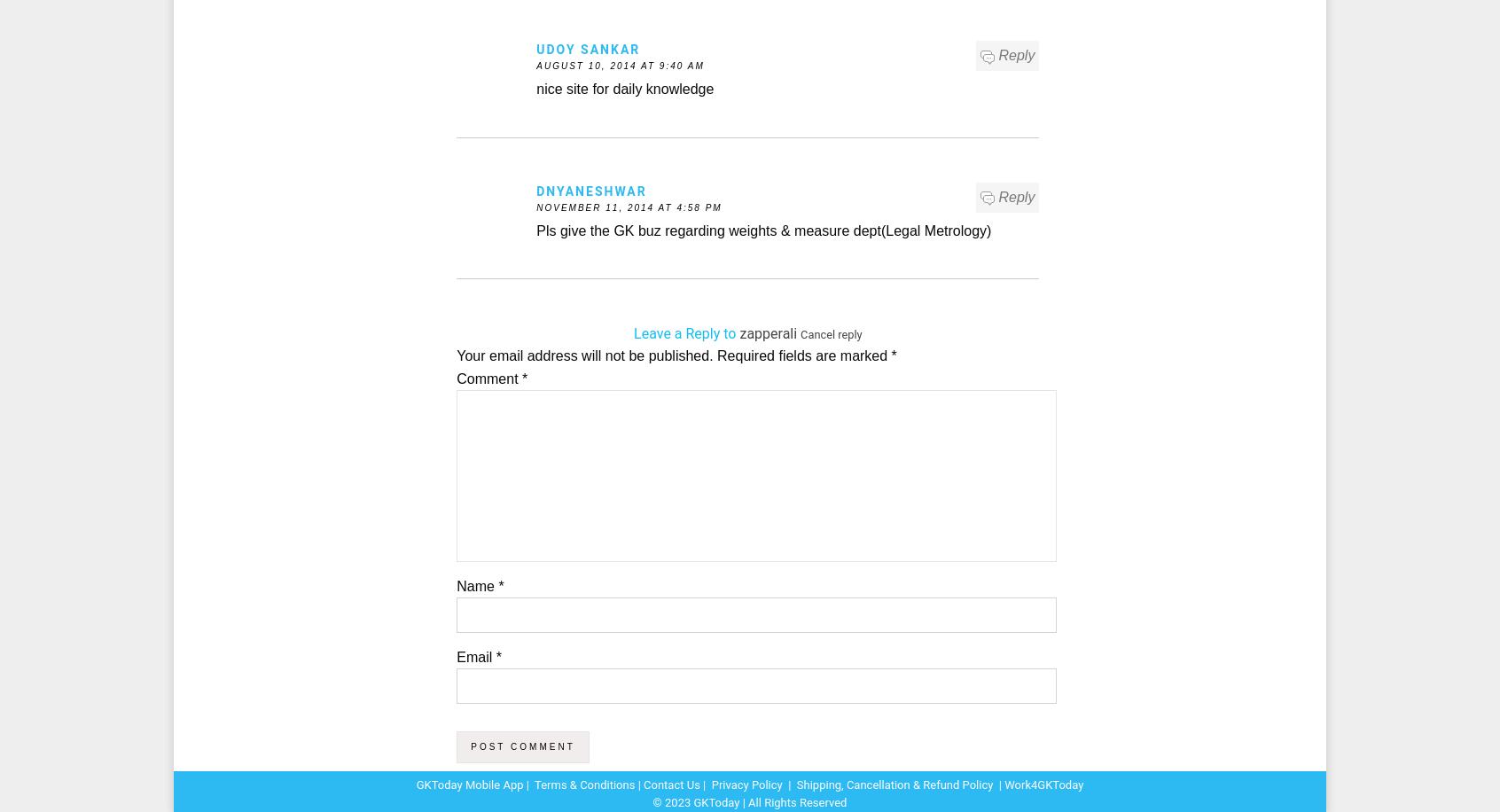 This screenshot has width=1500, height=812. I want to click on 'Comment', so click(457, 377).